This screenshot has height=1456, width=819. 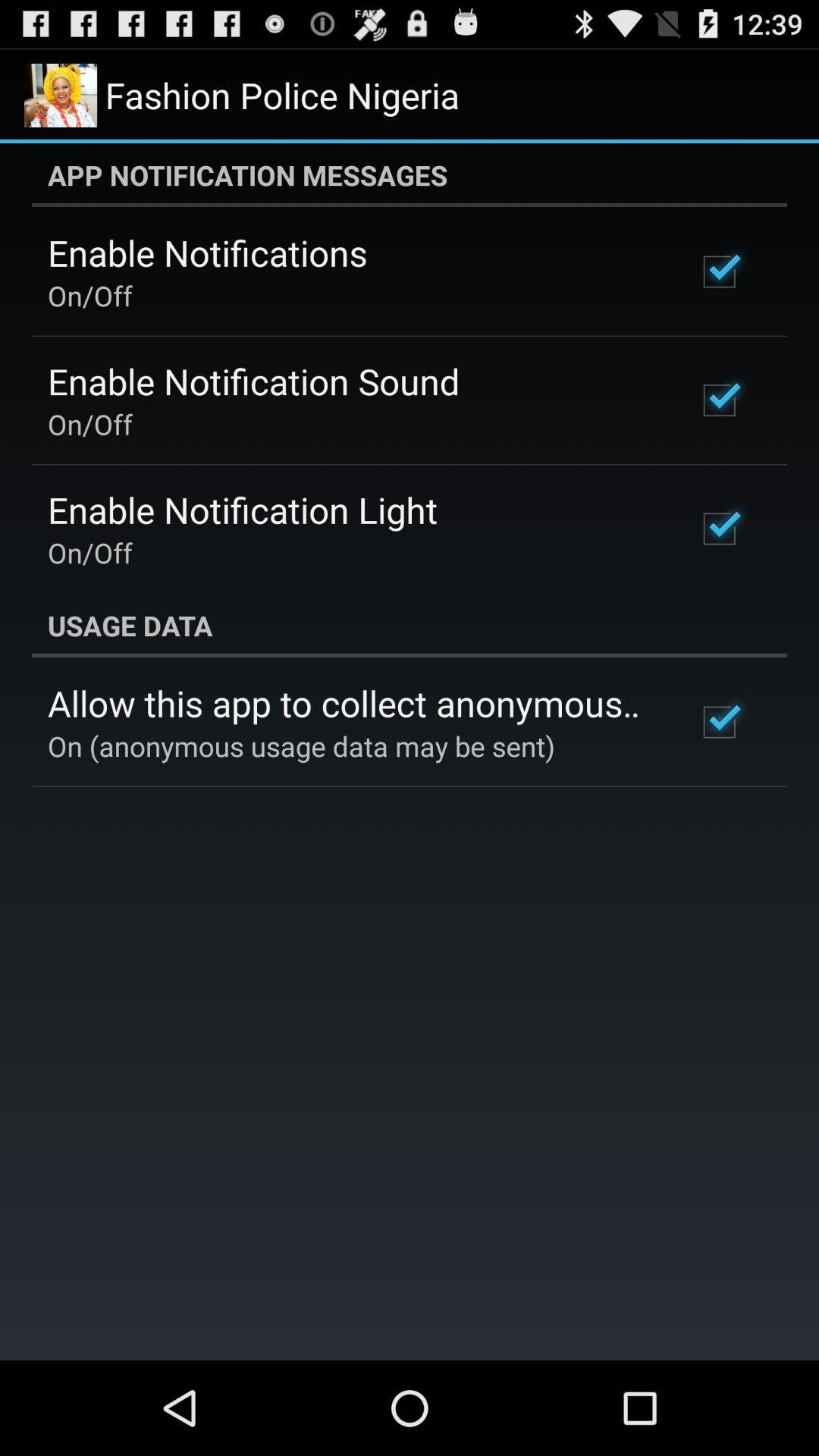 I want to click on the enable notifications, so click(x=207, y=253).